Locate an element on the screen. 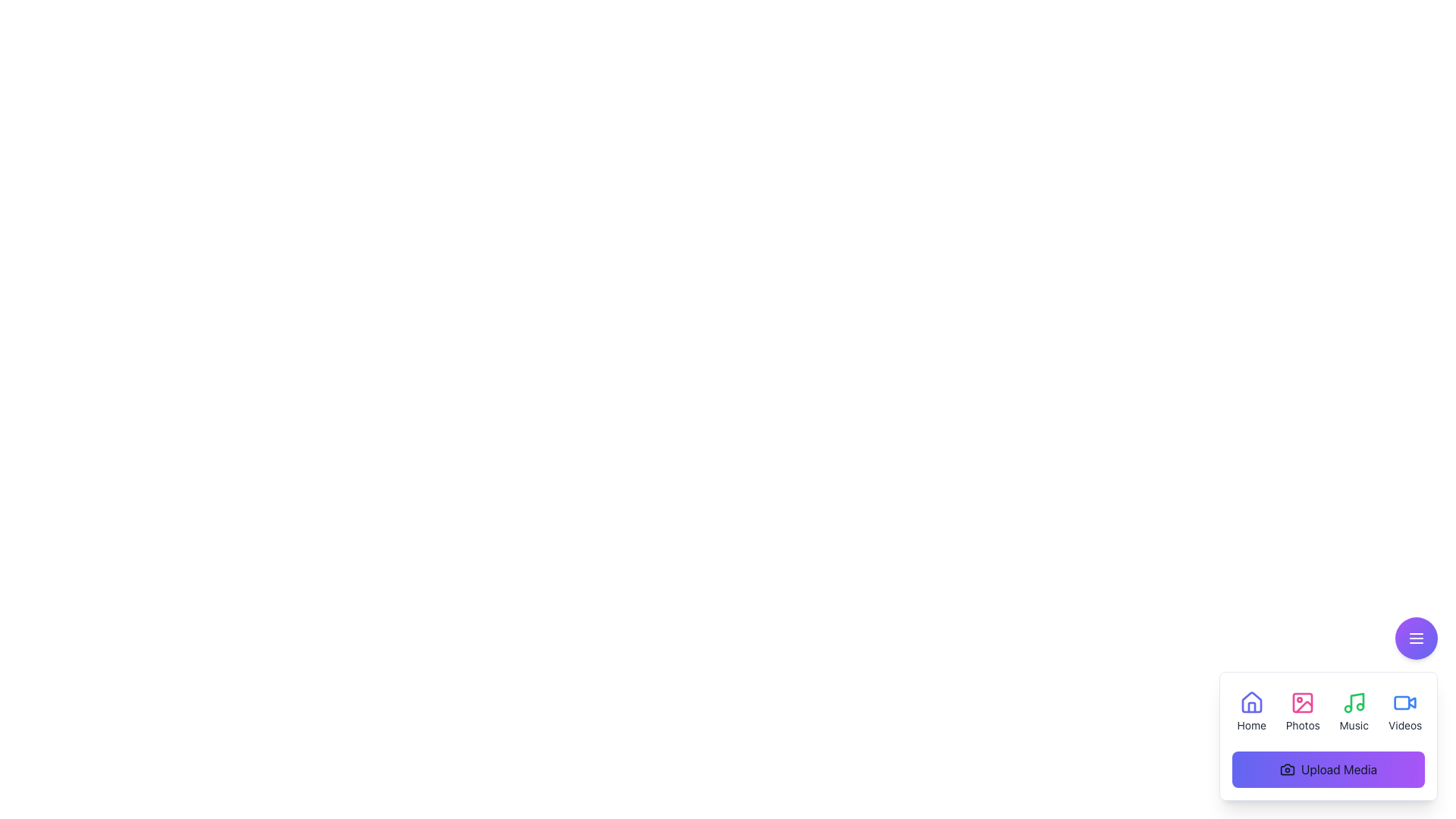  the camera icon located to the left of the 'Upload Media' text within the gradient button at the bottom center of the interface is located at coordinates (1286, 769).